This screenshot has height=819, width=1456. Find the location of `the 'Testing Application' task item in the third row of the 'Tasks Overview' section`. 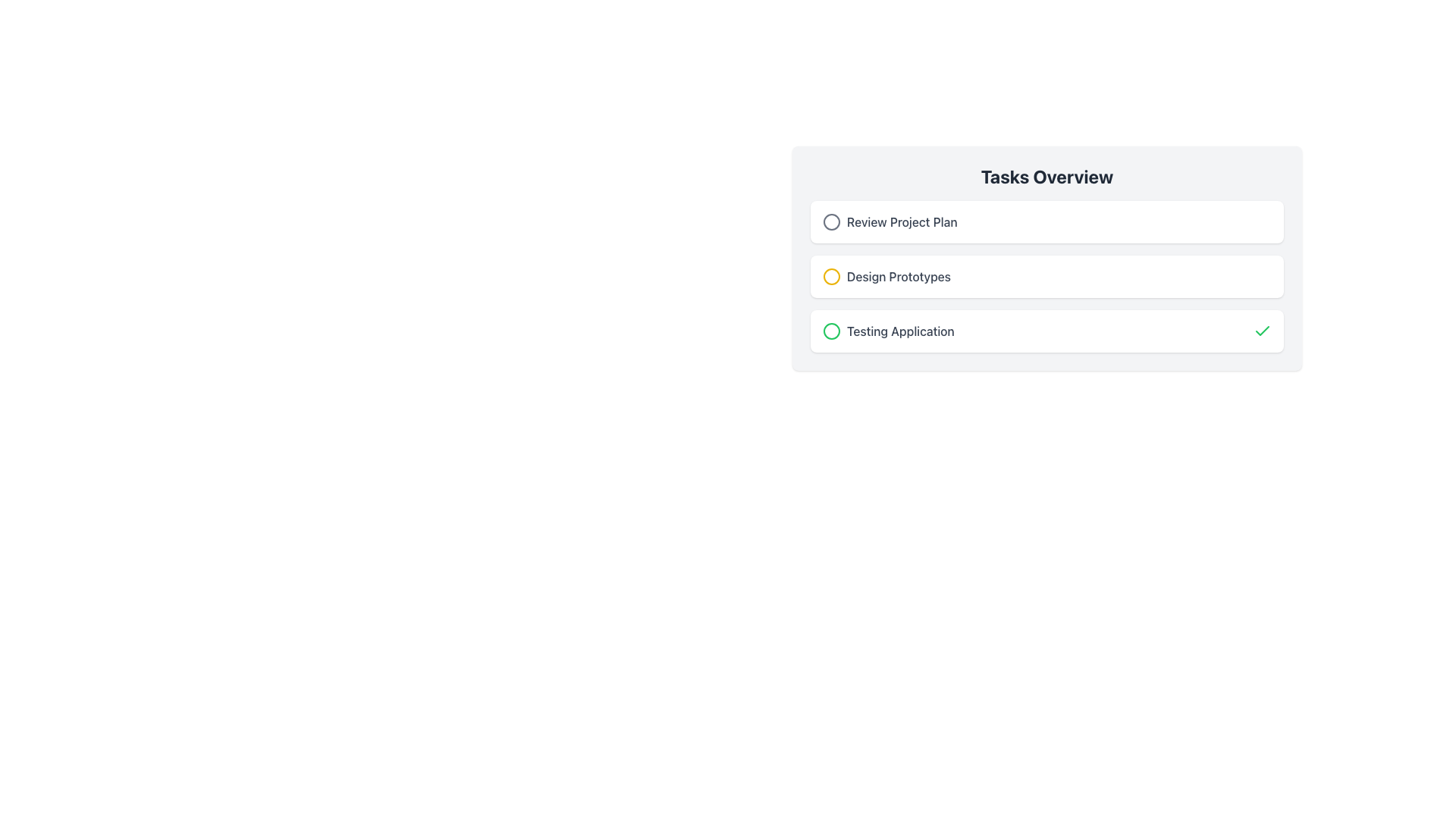

the 'Testing Application' task item in the third row of the 'Tasks Overview' section is located at coordinates (888, 330).